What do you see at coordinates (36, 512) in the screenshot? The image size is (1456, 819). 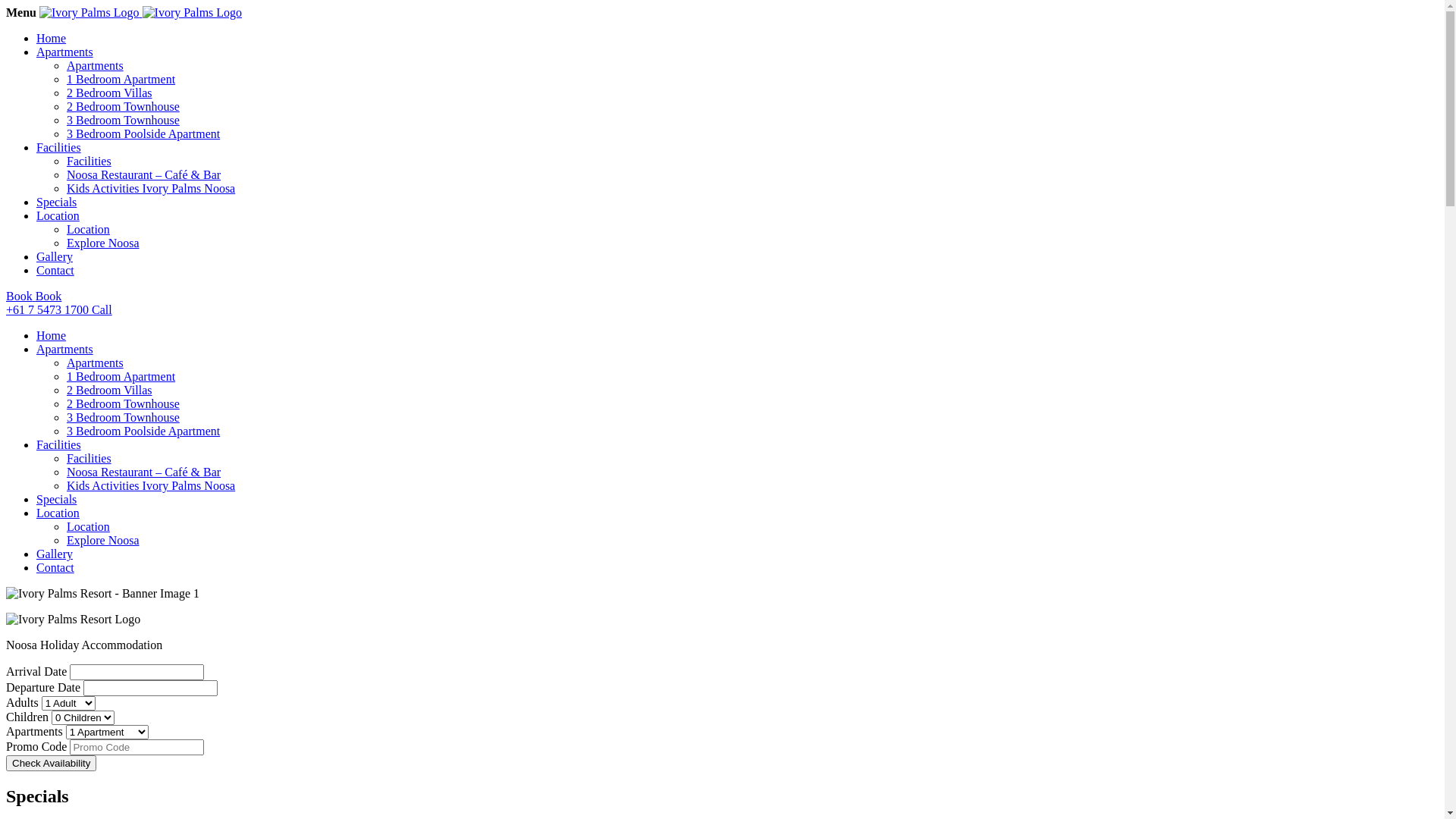 I see `'Location'` at bounding box center [36, 512].